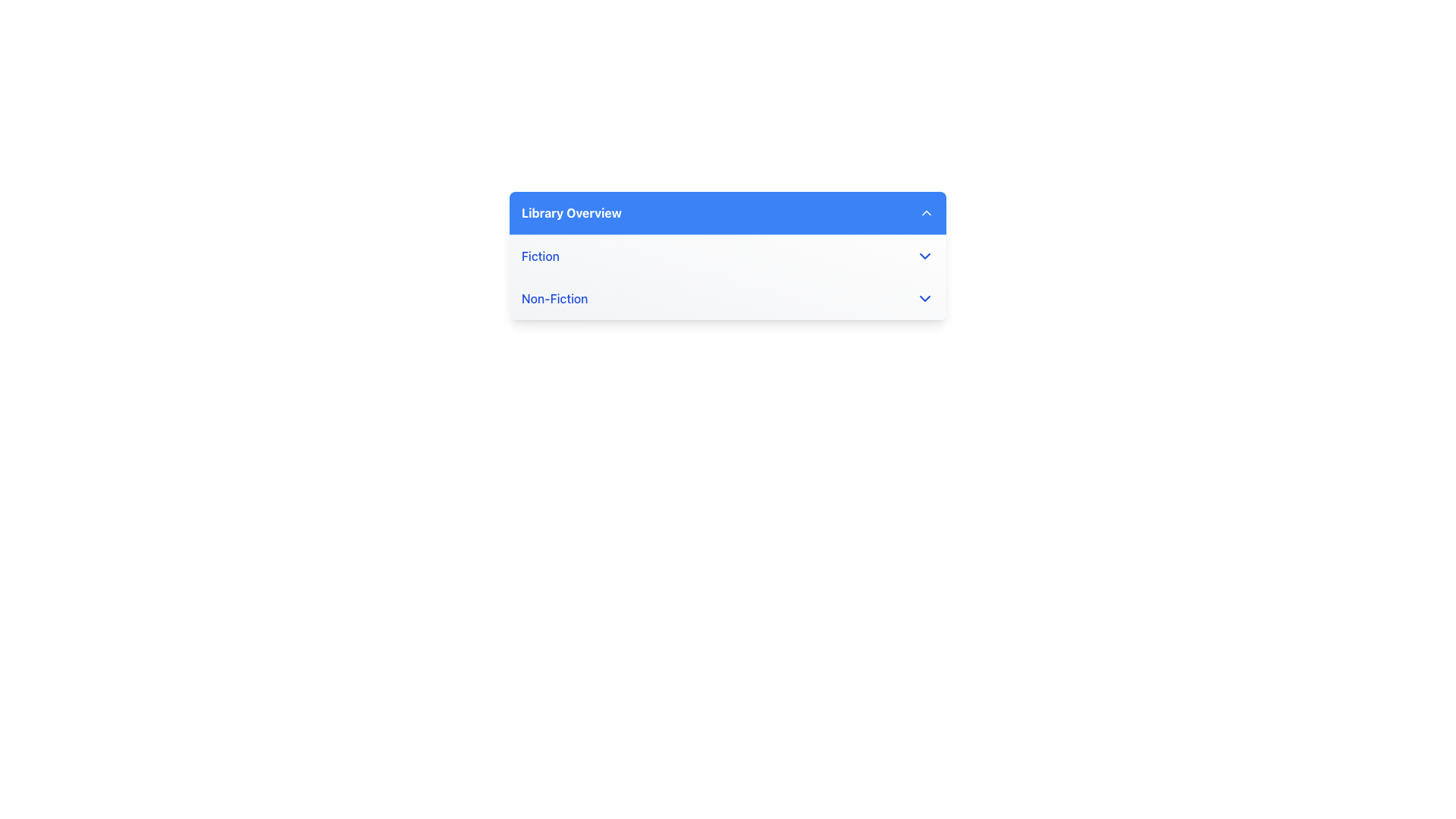 The height and width of the screenshot is (819, 1456). I want to click on the chevron icon located at the far-right end of the blue header bar labeled 'Library Overview', so click(926, 213).